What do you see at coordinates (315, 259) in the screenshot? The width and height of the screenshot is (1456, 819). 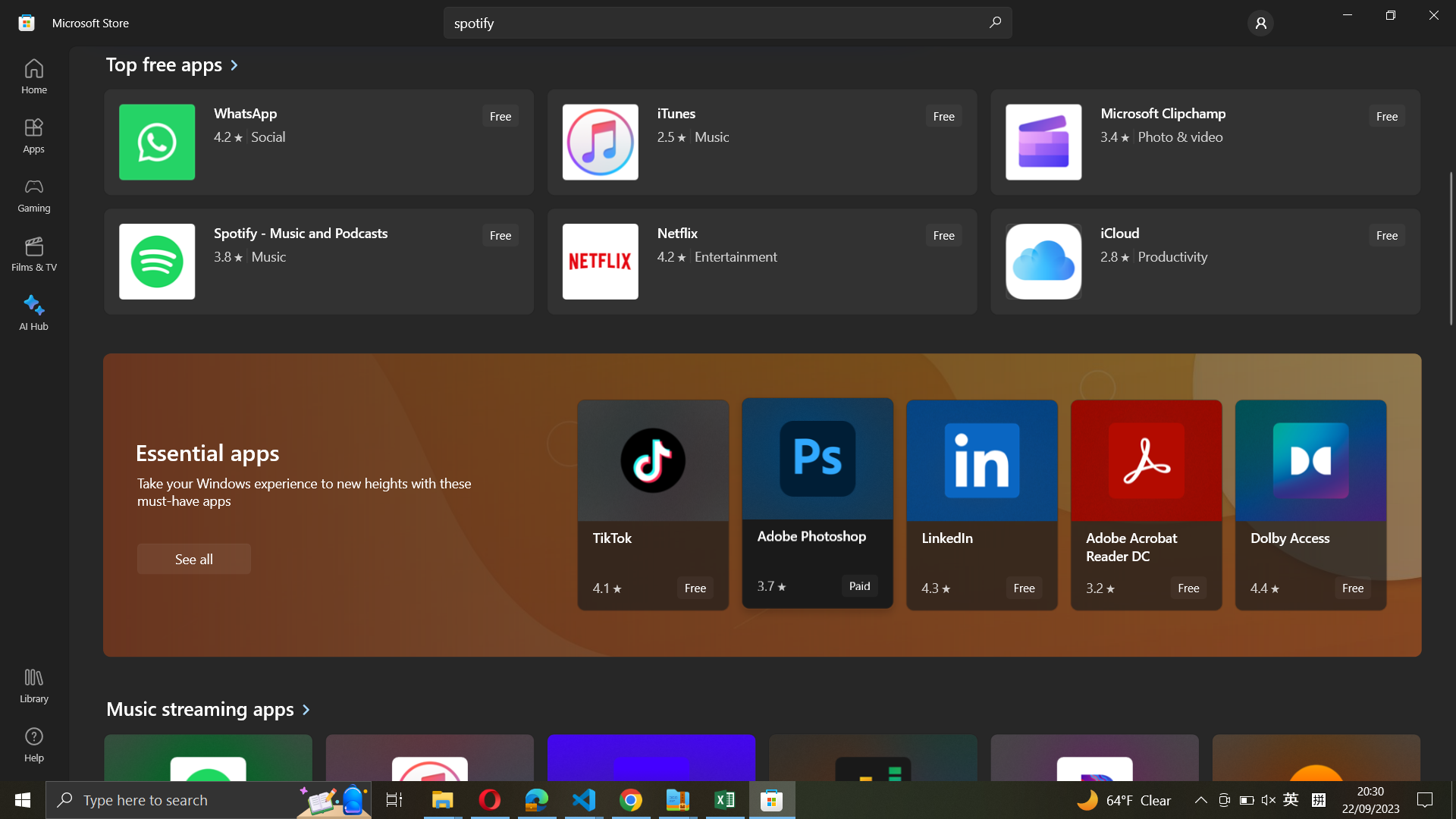 I see `Start Spotify Music Player` at bounding box center [315, 259].